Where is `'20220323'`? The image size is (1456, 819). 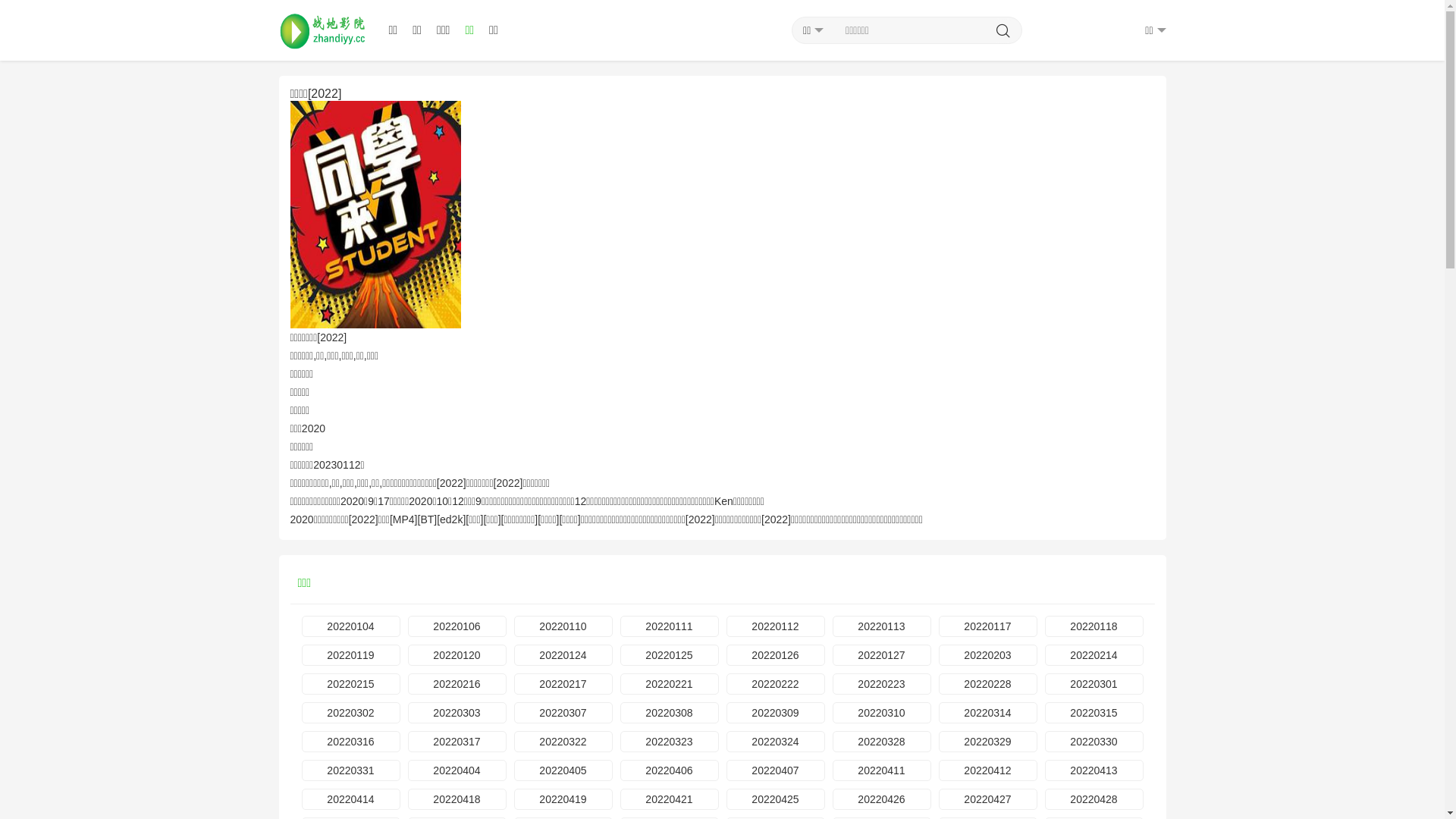
'20220323' is located at coordinates (620, 741).